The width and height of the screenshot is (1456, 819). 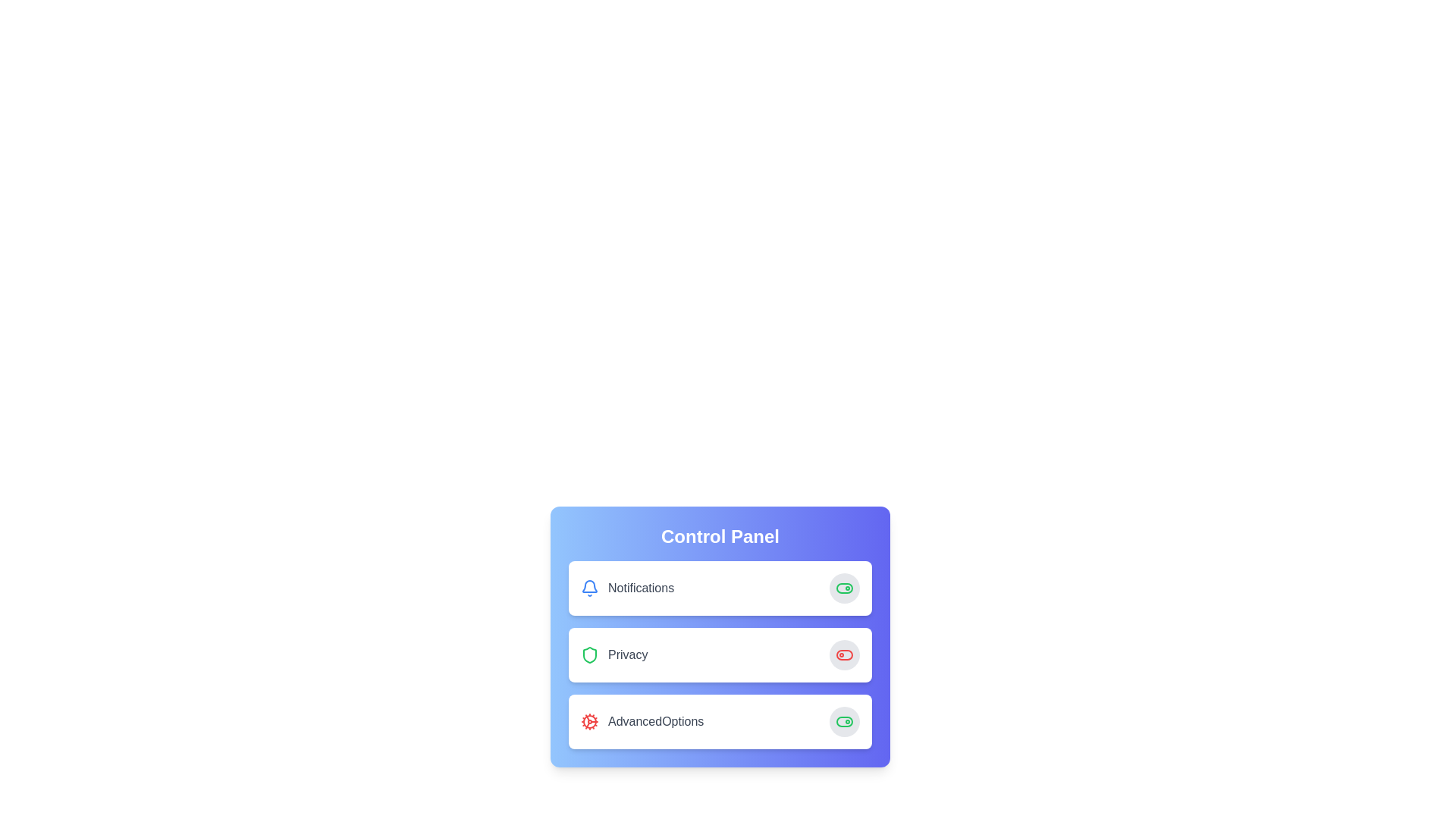 What do you see at coordinates (588, 654) in the screenshot?
I see `the green-colored shield icon located in the 'Privacy' row of the control panel interface` at bounding box center [588, 654].